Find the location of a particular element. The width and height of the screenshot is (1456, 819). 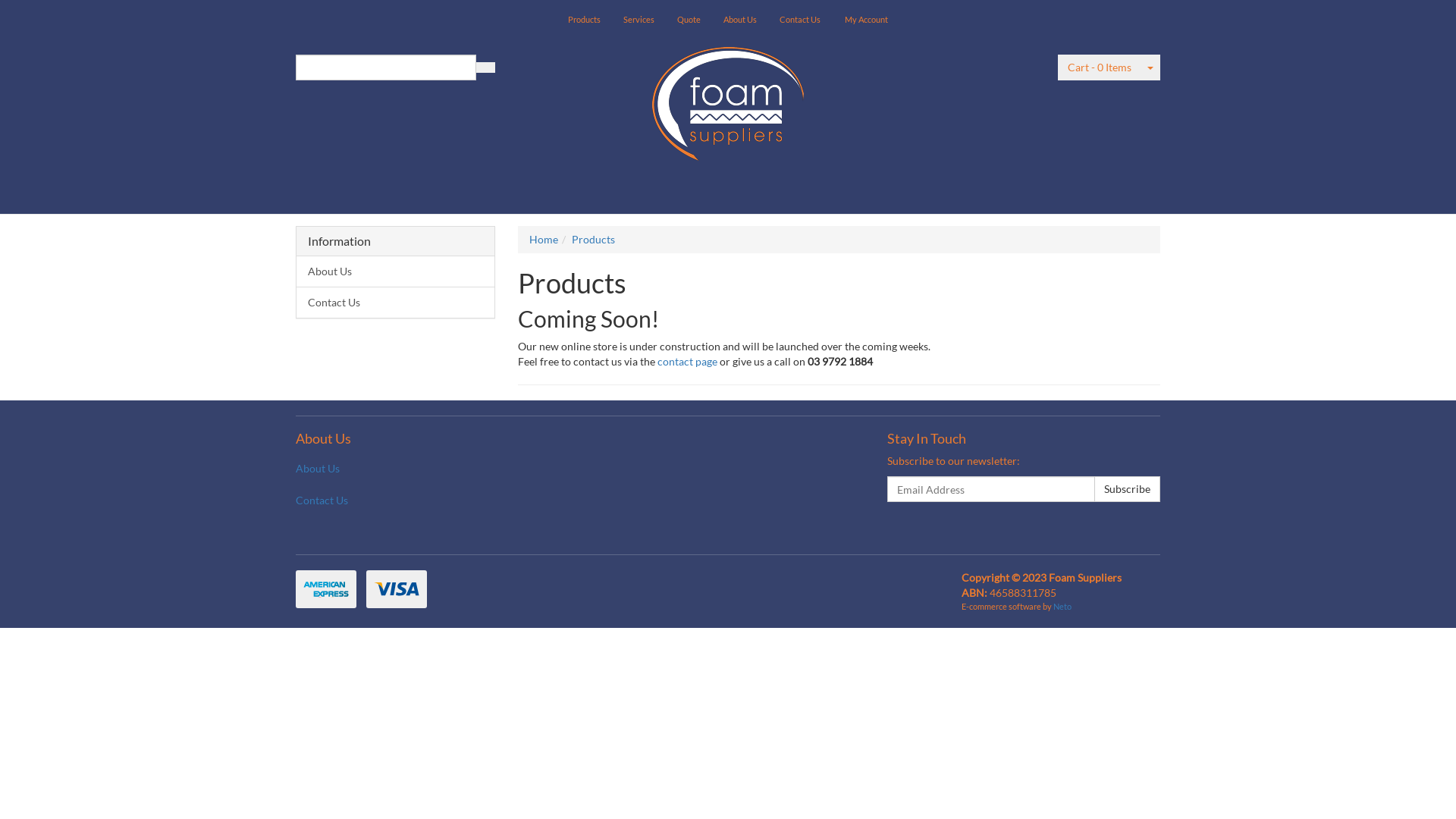

'About Us' is located at coordinates (284, 467).